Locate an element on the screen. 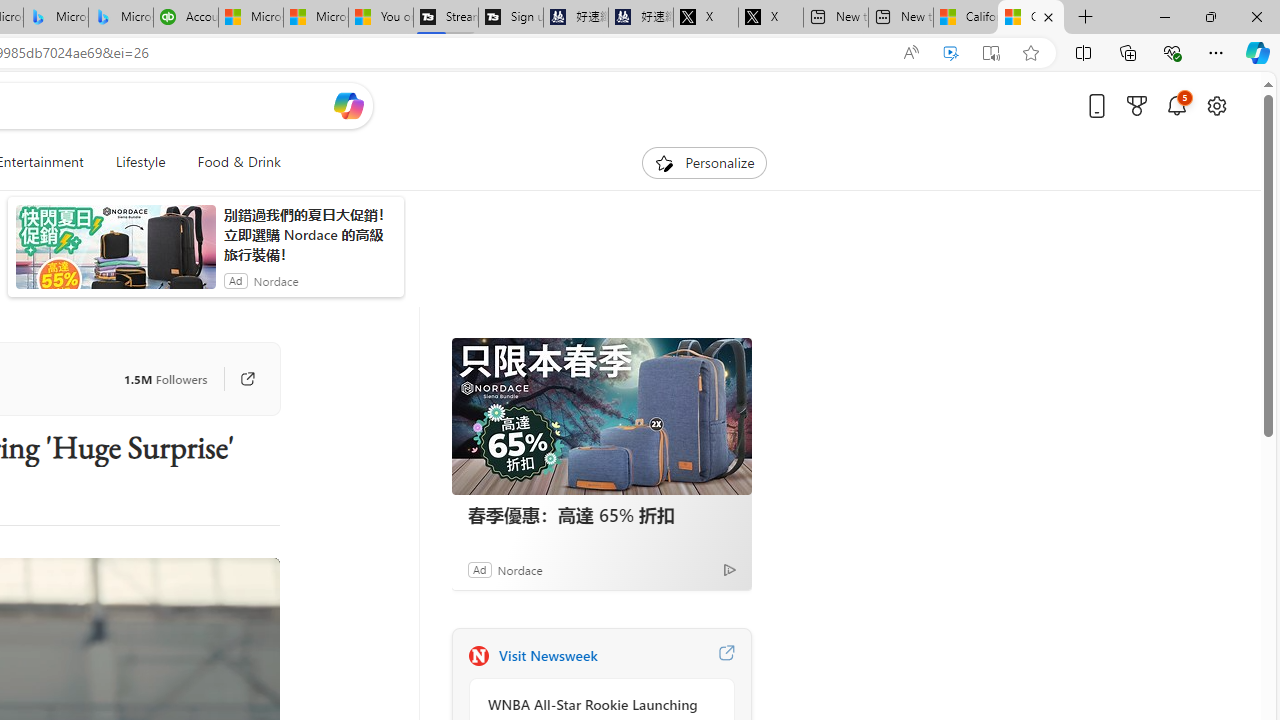 This screenshot has height=720, width=1280. 'Lifestyle' is located at coordinates (139, 162).